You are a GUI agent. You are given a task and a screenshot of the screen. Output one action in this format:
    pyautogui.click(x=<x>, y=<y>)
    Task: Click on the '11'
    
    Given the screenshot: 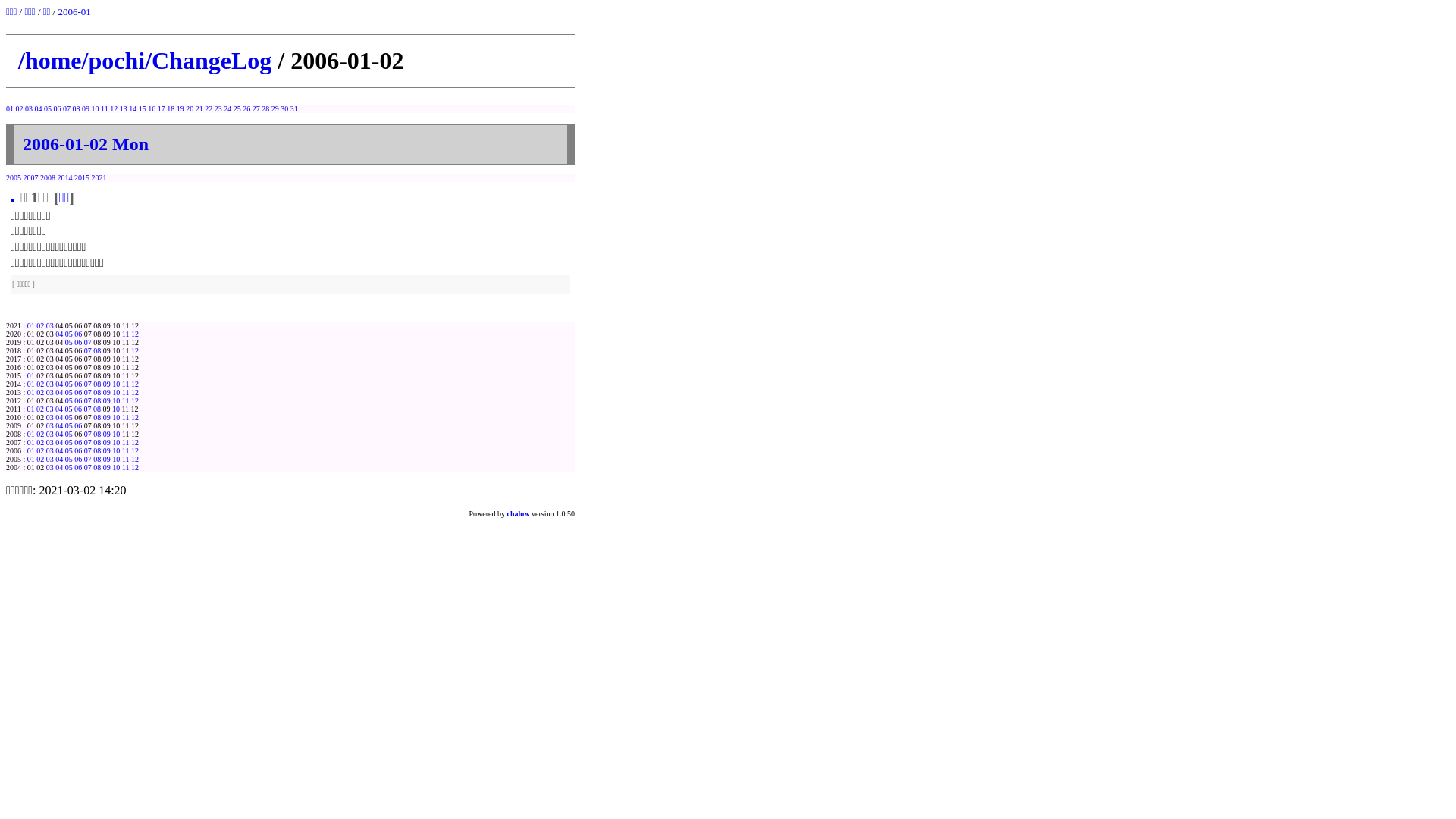 What is the action you would take?
    pyautogui.click(x=104, y=108)
    